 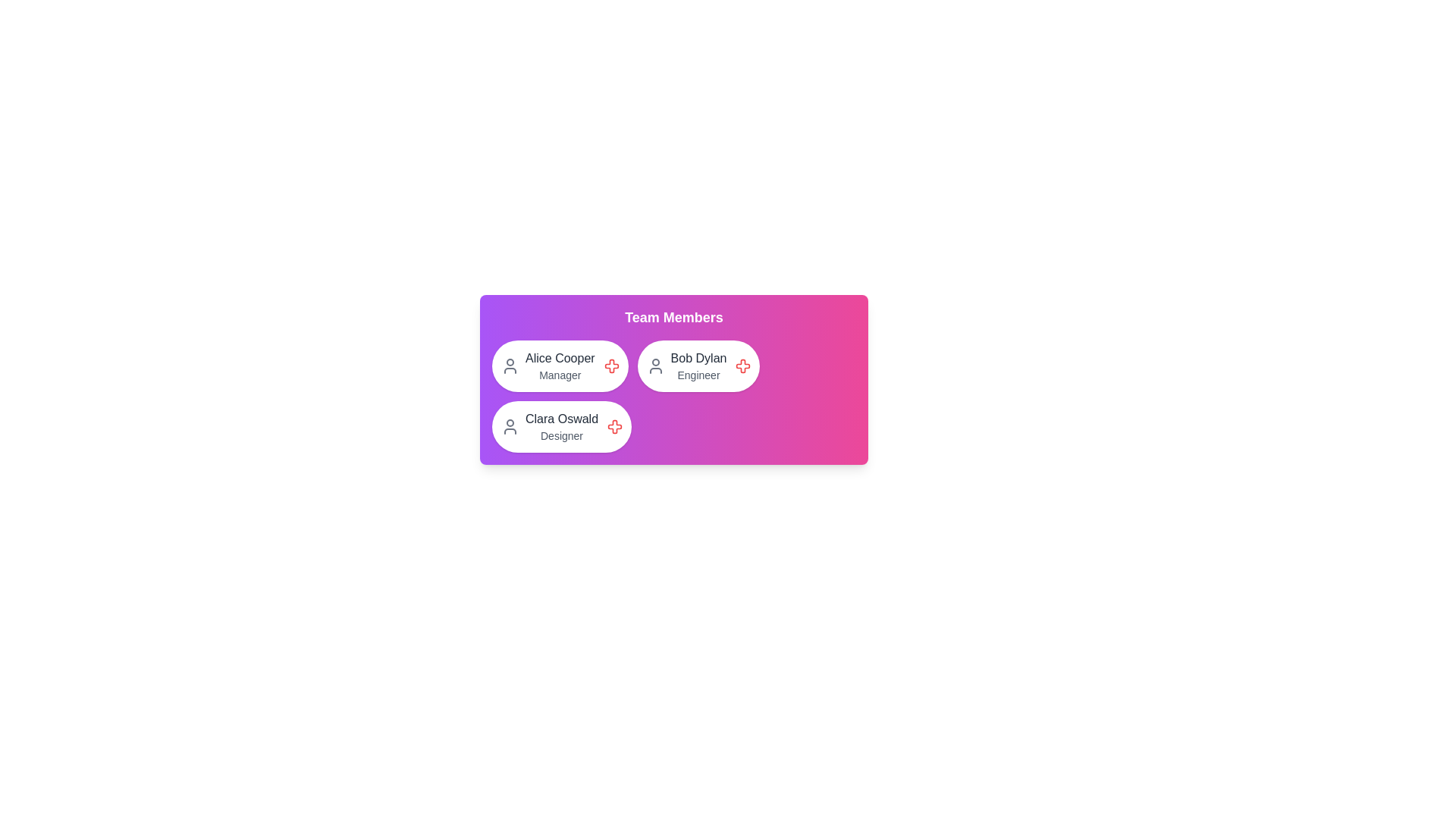 I want to click on the close button of the avatar chip corresponding to Bob Dylan, so click(x=743, y=366).